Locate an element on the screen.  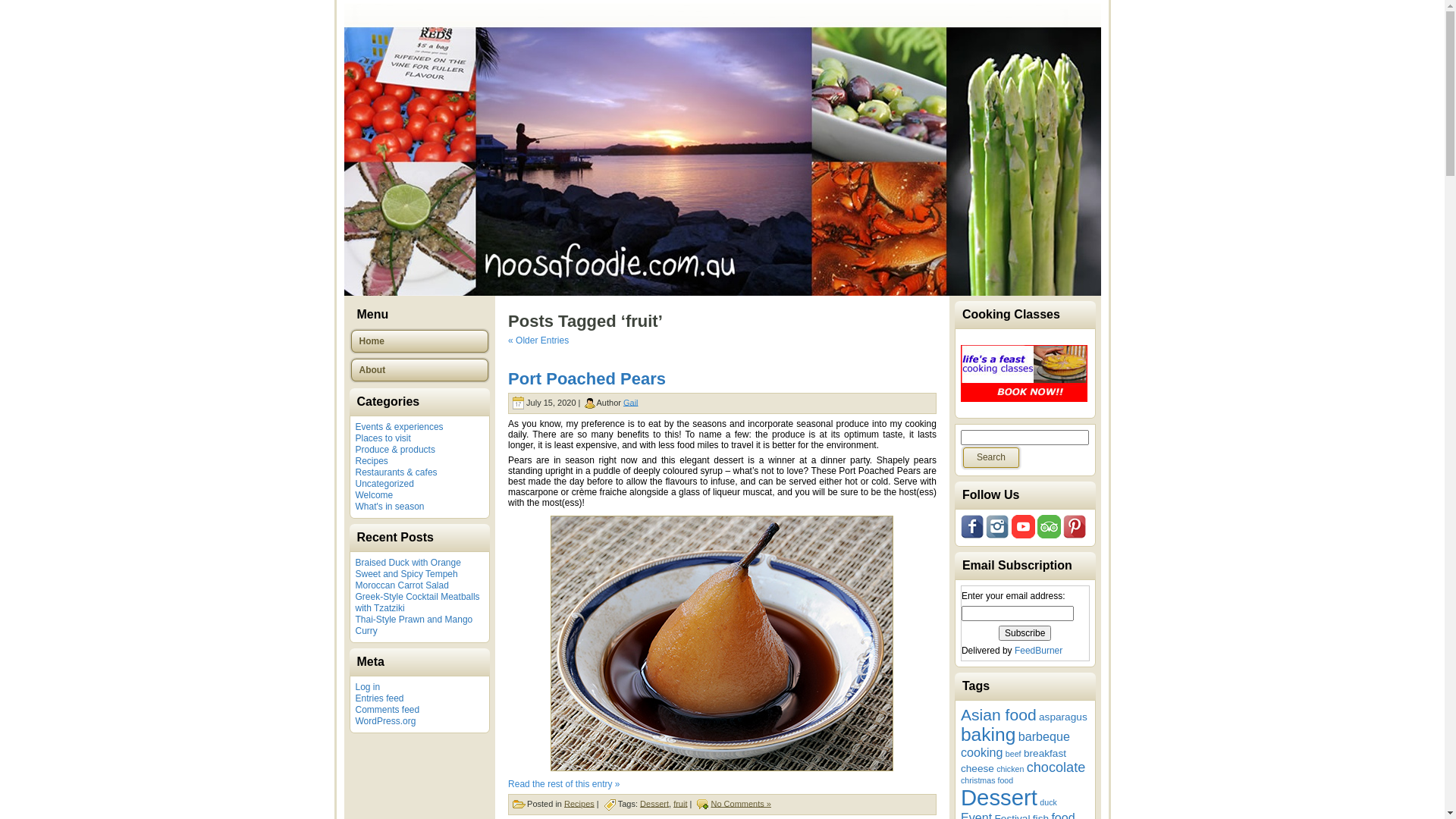
'Search' is located at coordinates (960, 457).